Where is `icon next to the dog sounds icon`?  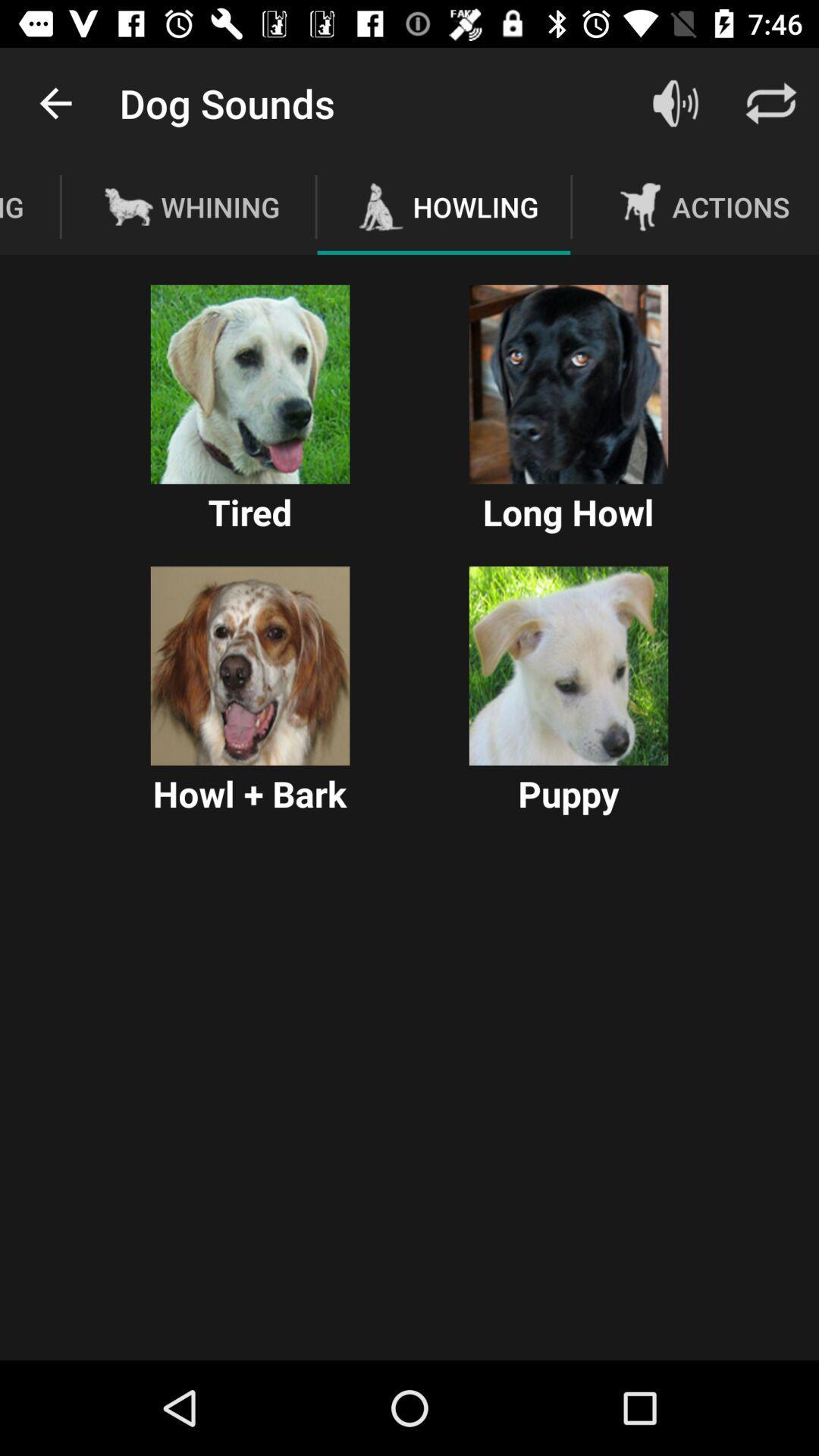 icon next to the dog sounds icon is located at coordinates (55, 102).